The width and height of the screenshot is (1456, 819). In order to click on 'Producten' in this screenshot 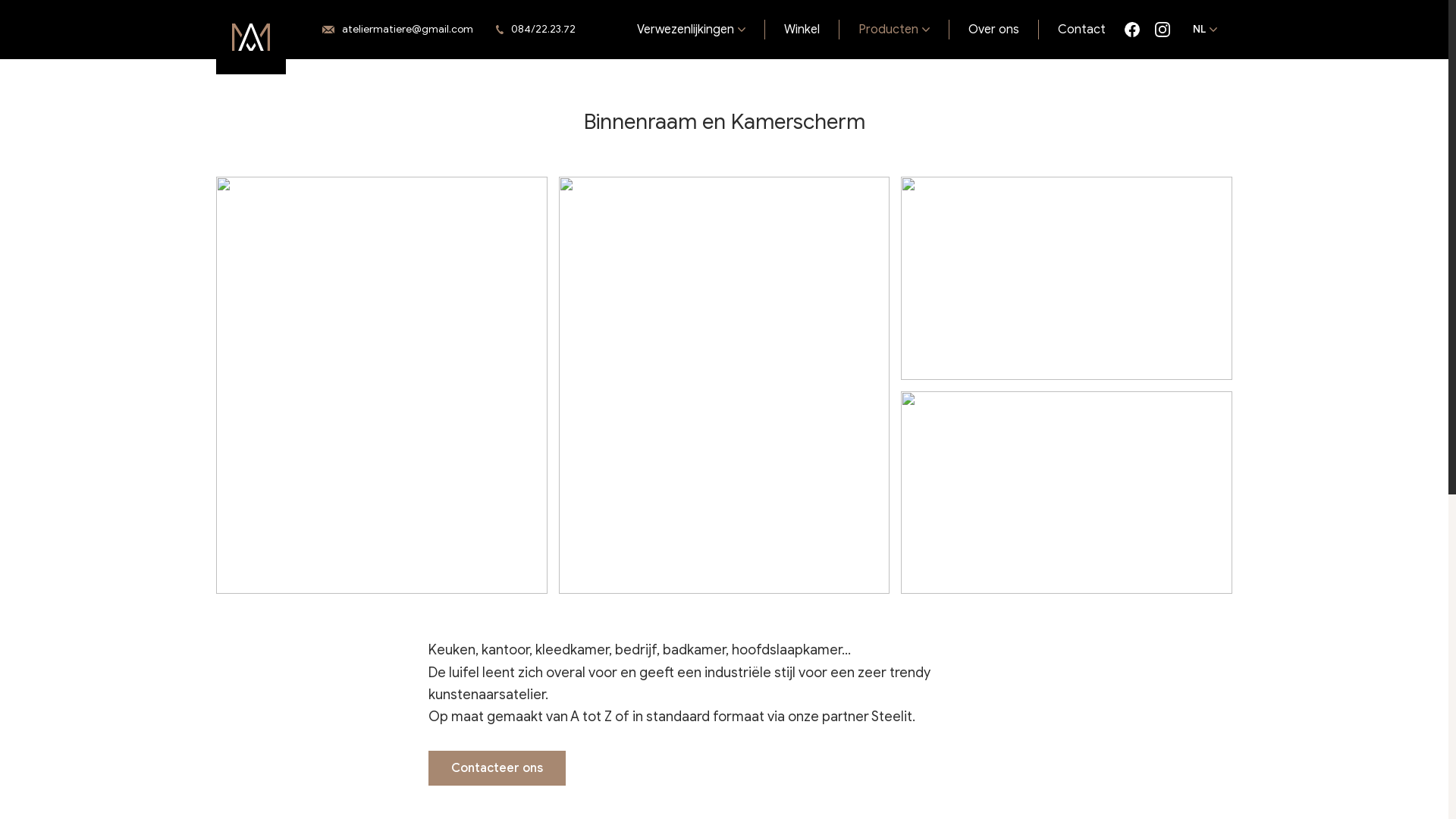, I will do `click(894, 29)`.